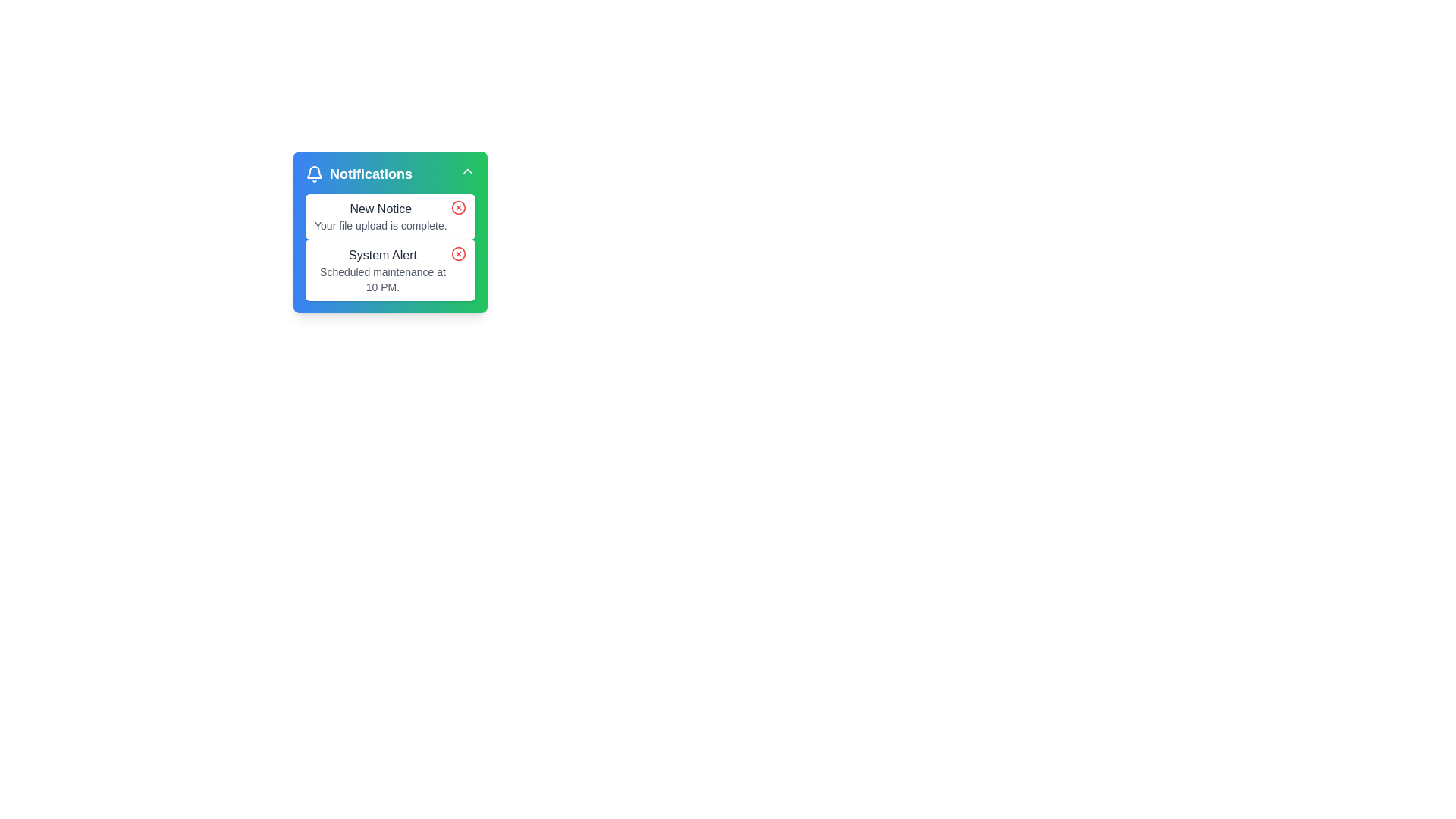 This screenshot has width=1456, height=819. I want to click on the notification icon located at the far left of the notification panel, which is represented by a bell icon, so click(313, 174).